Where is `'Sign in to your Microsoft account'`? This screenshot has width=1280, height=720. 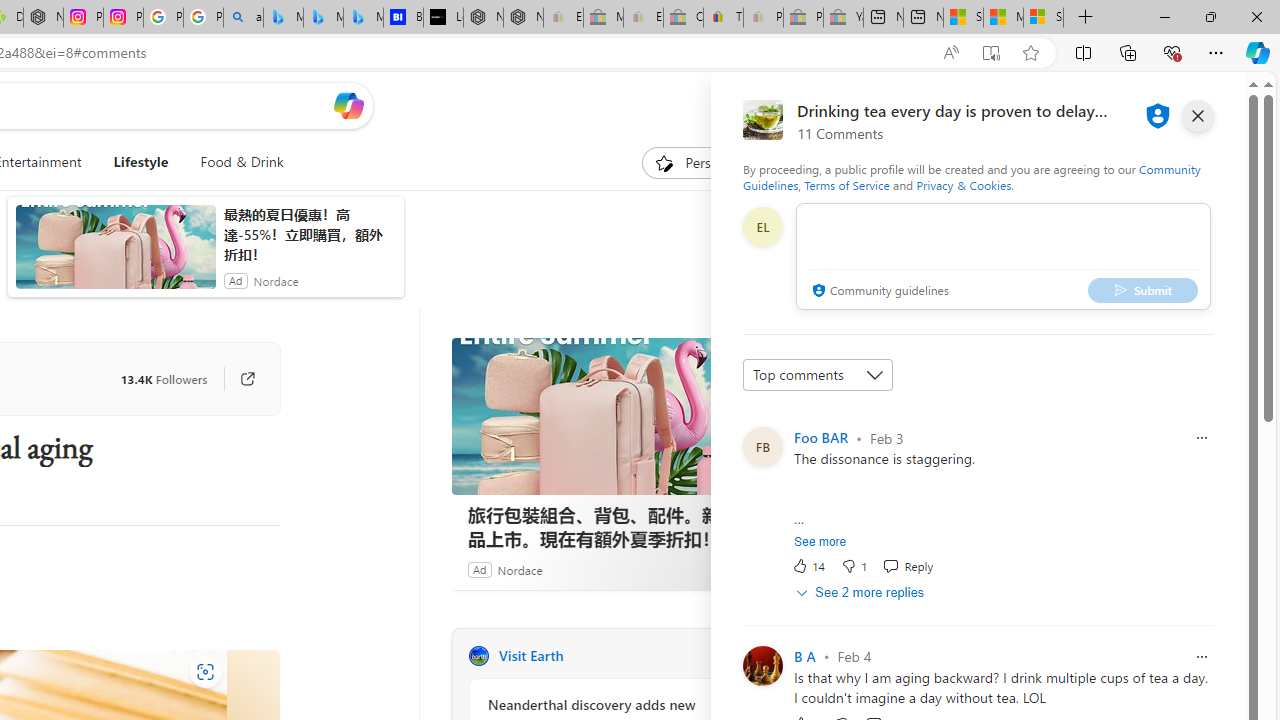 'Sign in to your Microsoft account' is located at coordinates (1042, 17).